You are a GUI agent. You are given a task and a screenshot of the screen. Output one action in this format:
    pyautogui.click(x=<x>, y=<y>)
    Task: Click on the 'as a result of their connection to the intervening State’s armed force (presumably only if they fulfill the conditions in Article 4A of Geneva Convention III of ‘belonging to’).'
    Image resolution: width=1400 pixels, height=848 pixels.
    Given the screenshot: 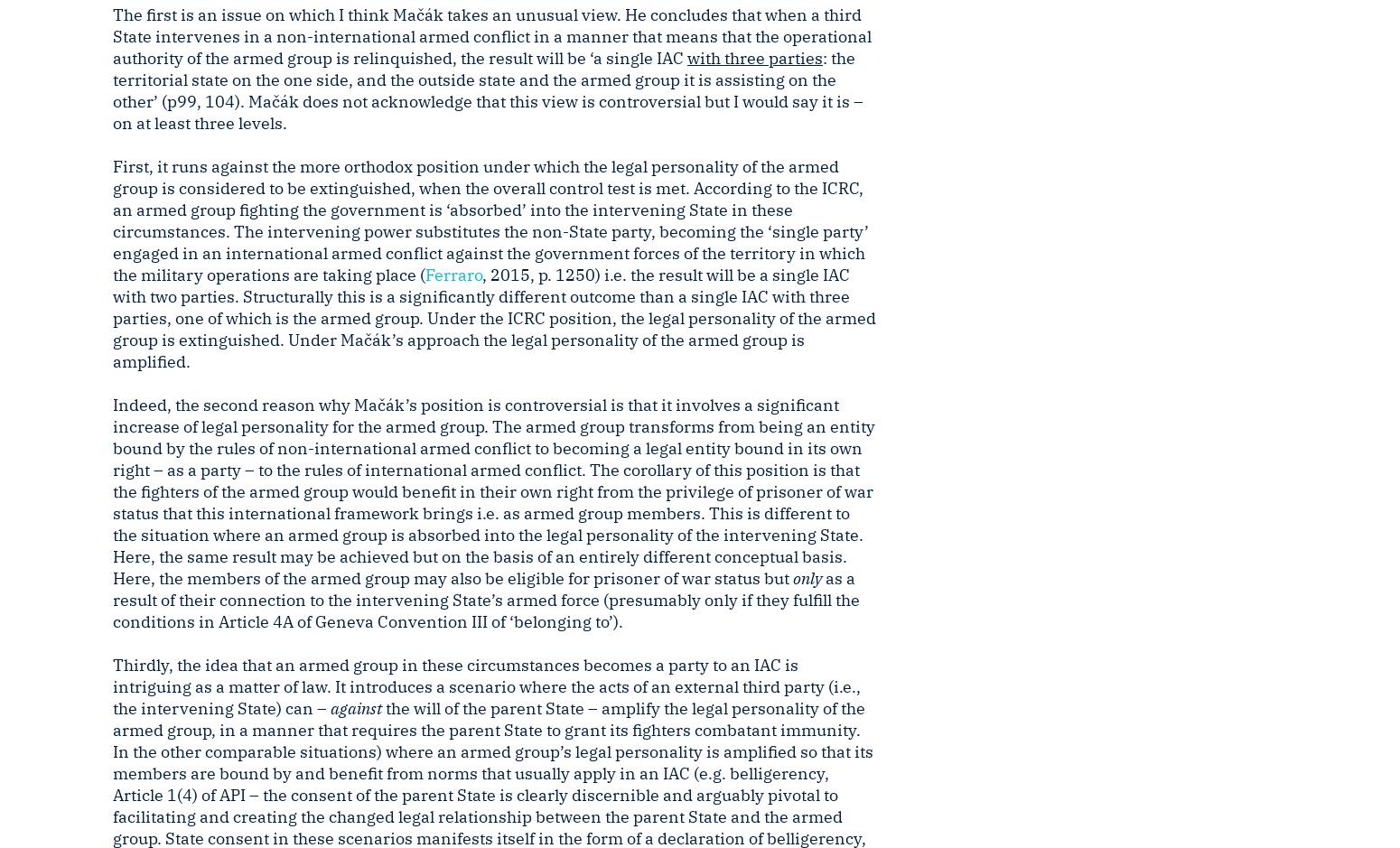 What is the action you would take?
    pyautogui.click(x=485, y=600)
    